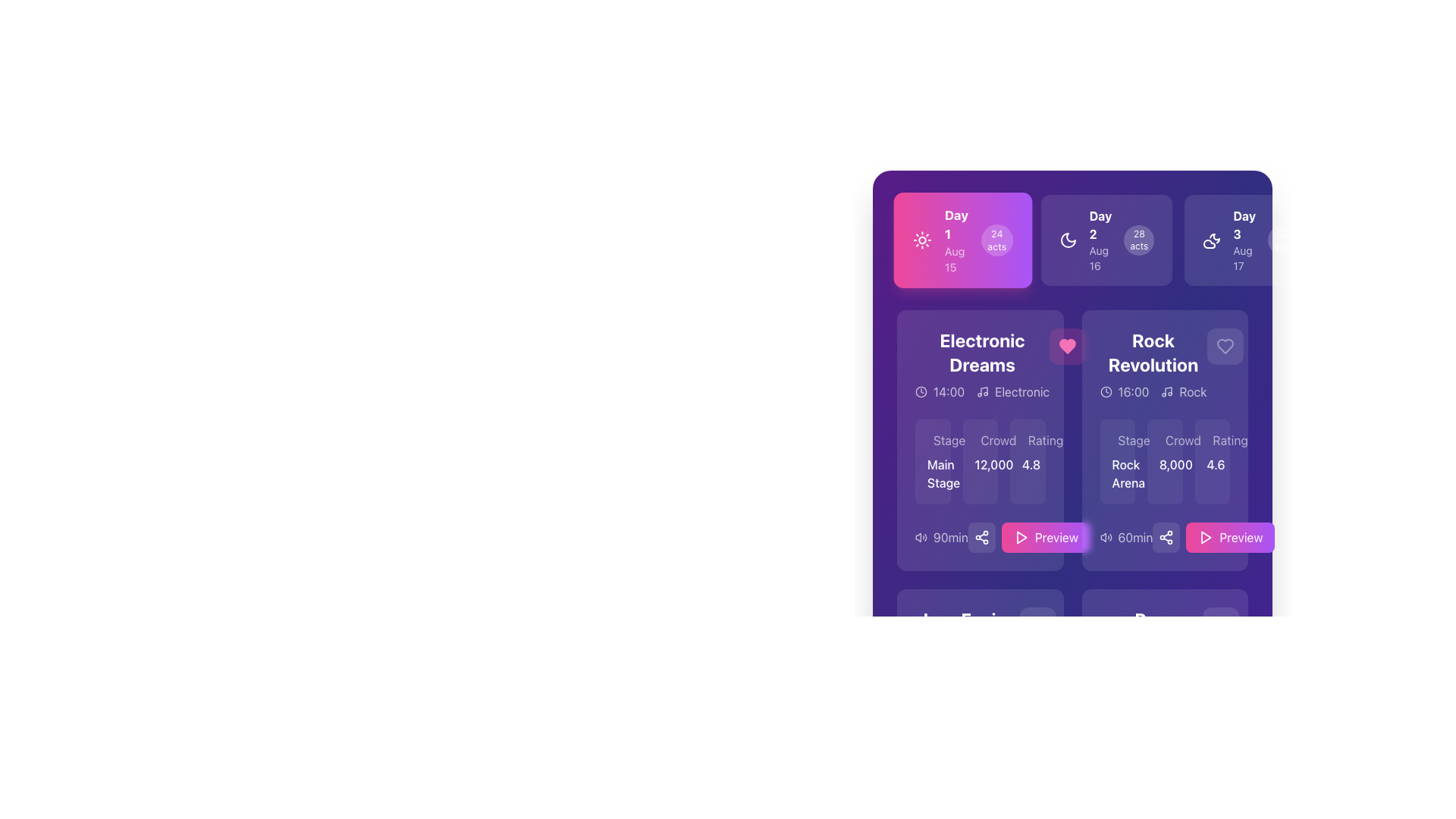  Describe the element at coordinates (949, 537) in the screenshot. I see `text content of the Label indicating a duration of 90 minutes, located at the bottom-left corner of the 'Electronic Dreams' card, next to sound and share icons, and before the 'Preview' button` at that location.